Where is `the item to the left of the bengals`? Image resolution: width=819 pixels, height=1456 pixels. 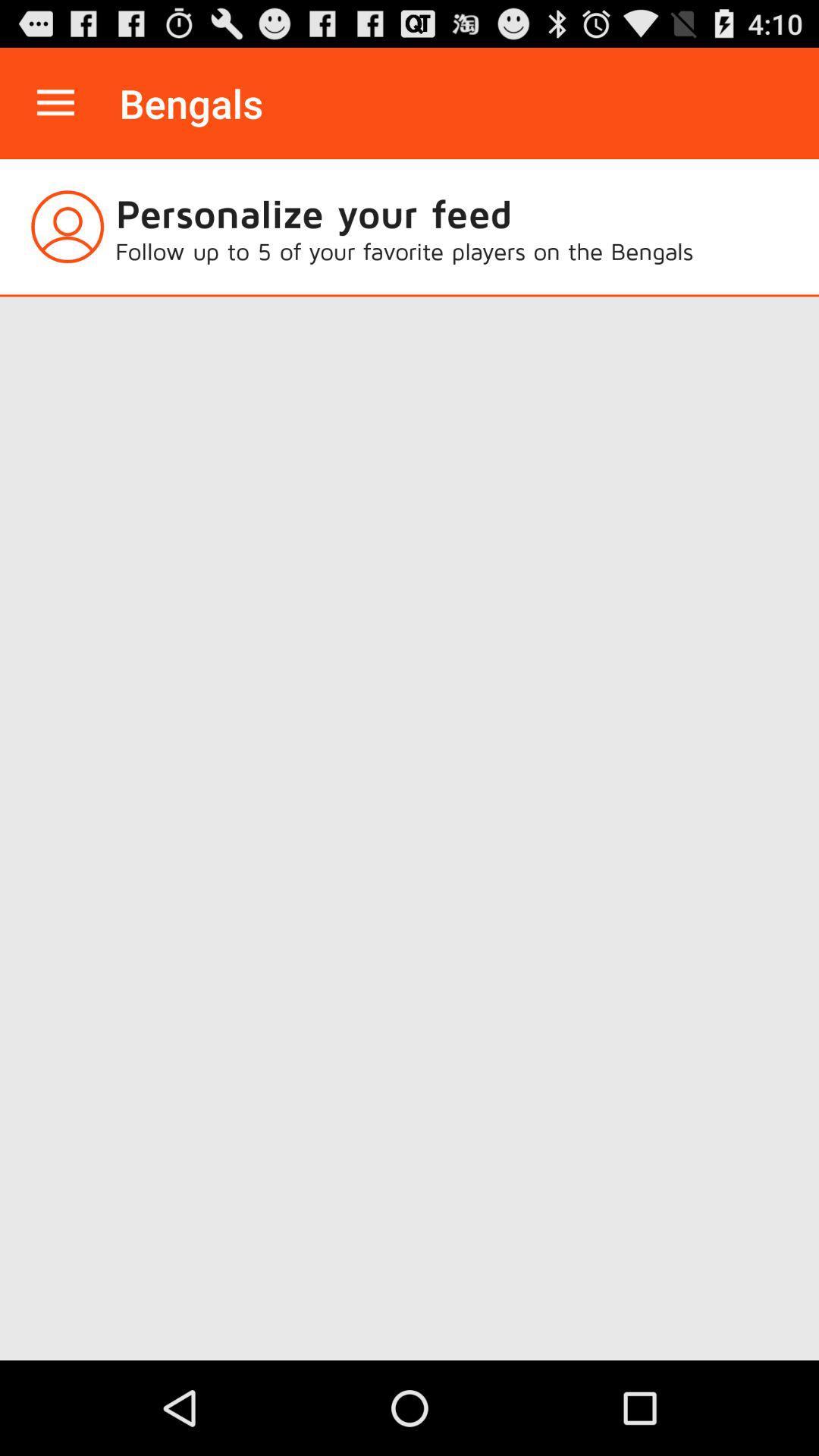 the item to the left of the bengals is located at coordinates (55, 102).